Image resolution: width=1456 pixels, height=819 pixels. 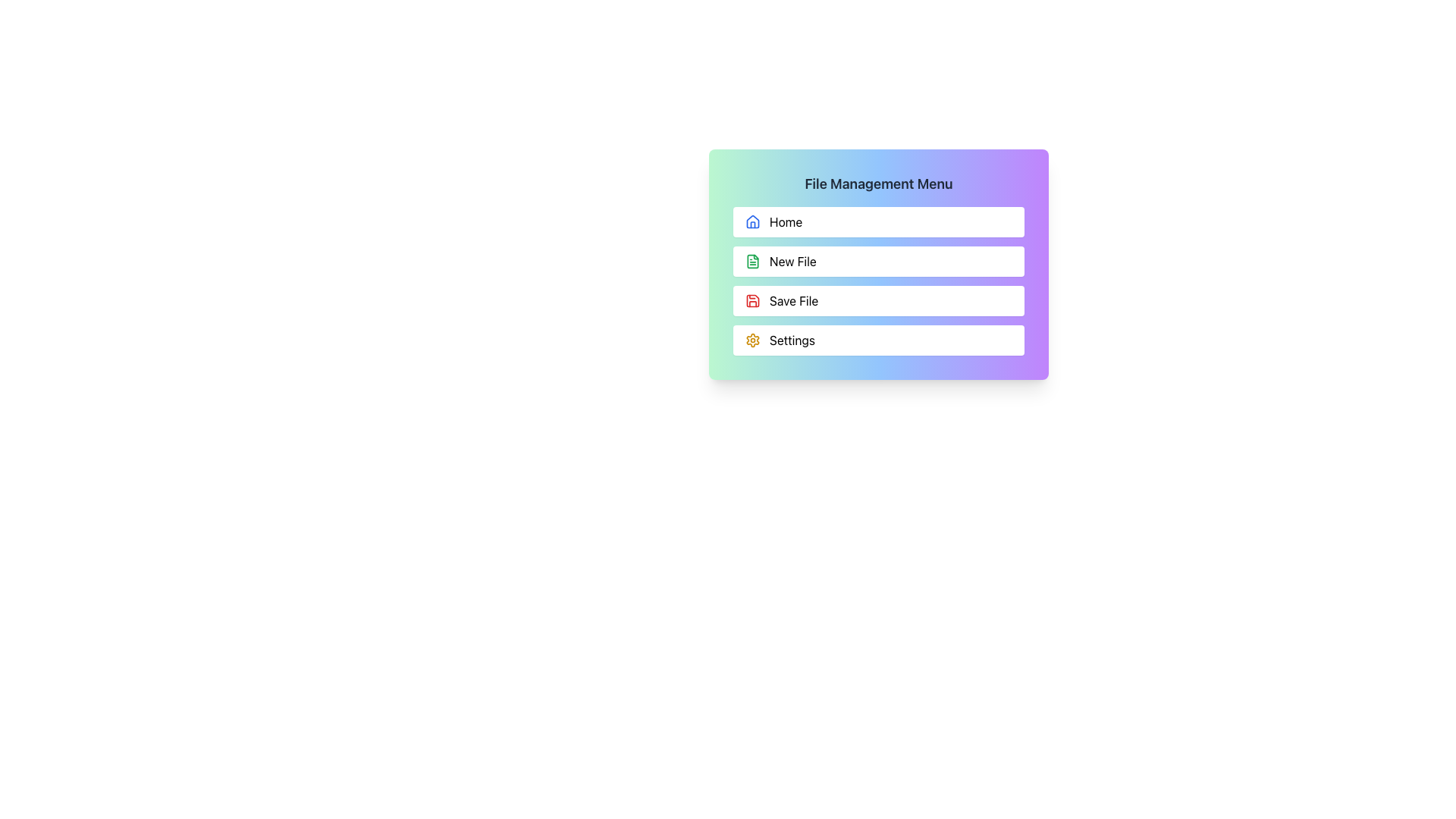 I want to click on the 'New File' button located in the 'File Management Menu' to create a new file, so click(x=878, y=260).